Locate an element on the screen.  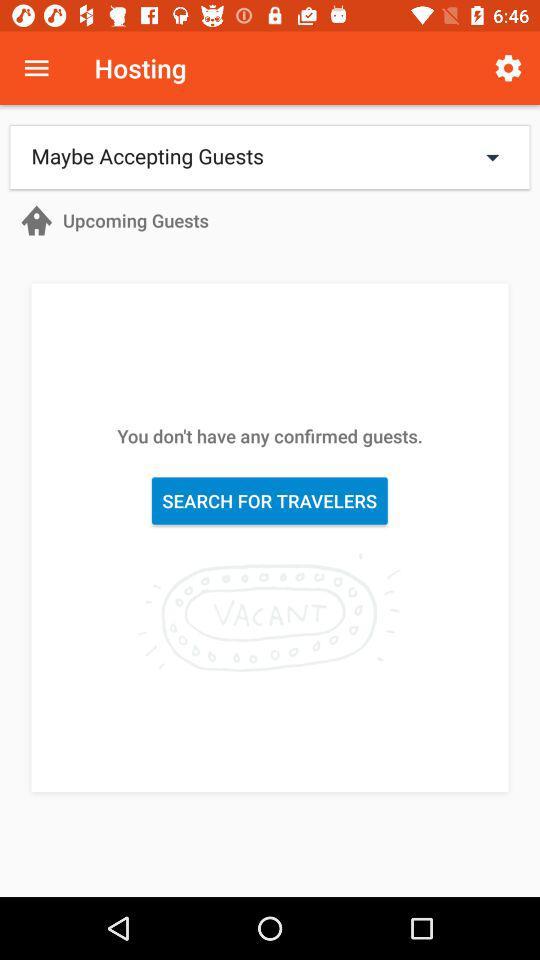
see options is located at coordinates (36, 68).